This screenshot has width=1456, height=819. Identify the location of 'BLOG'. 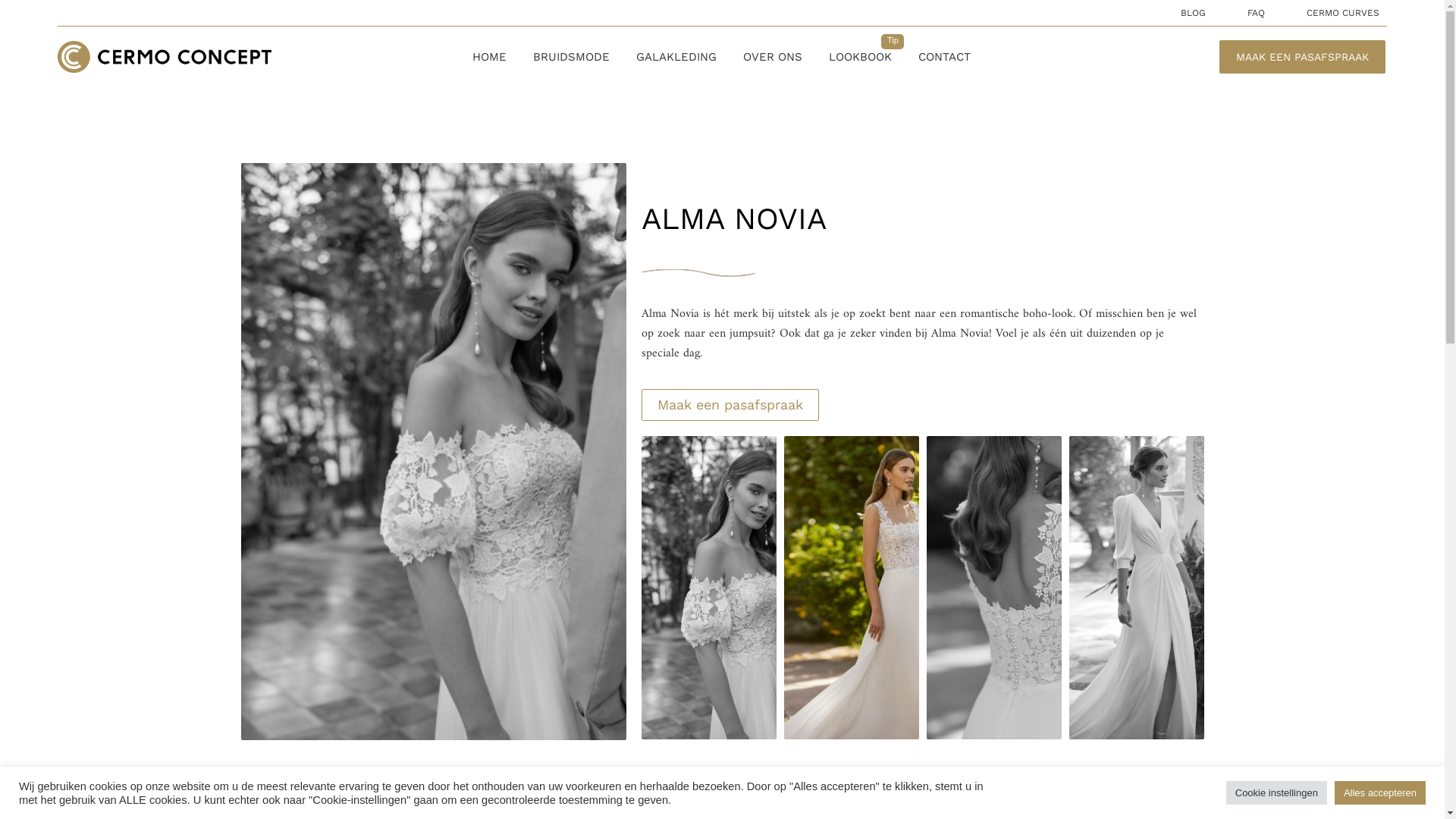
(1192, 12).